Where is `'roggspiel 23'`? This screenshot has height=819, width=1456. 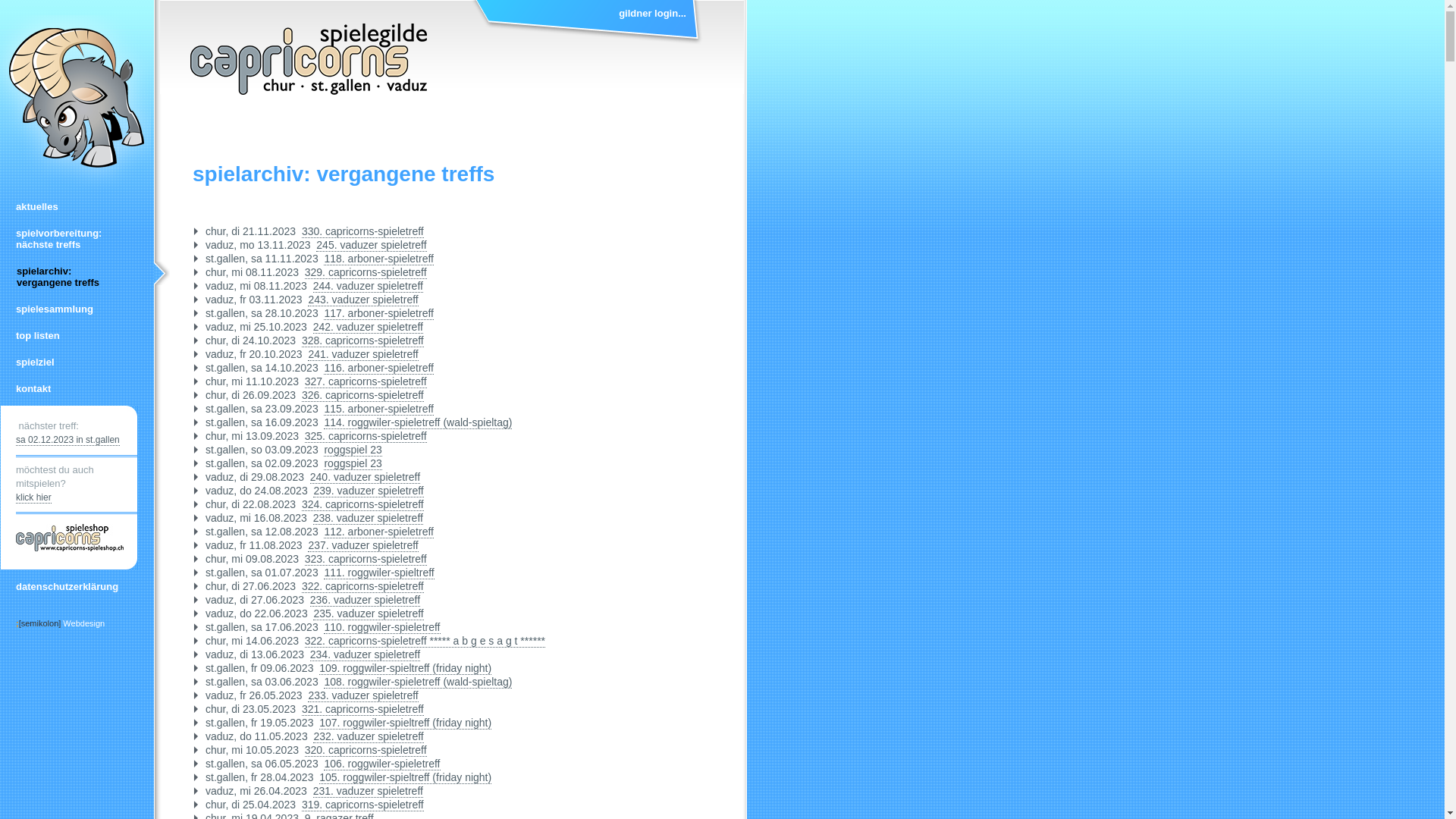 'roggspiel 23' is located at coordinates (352, 463).